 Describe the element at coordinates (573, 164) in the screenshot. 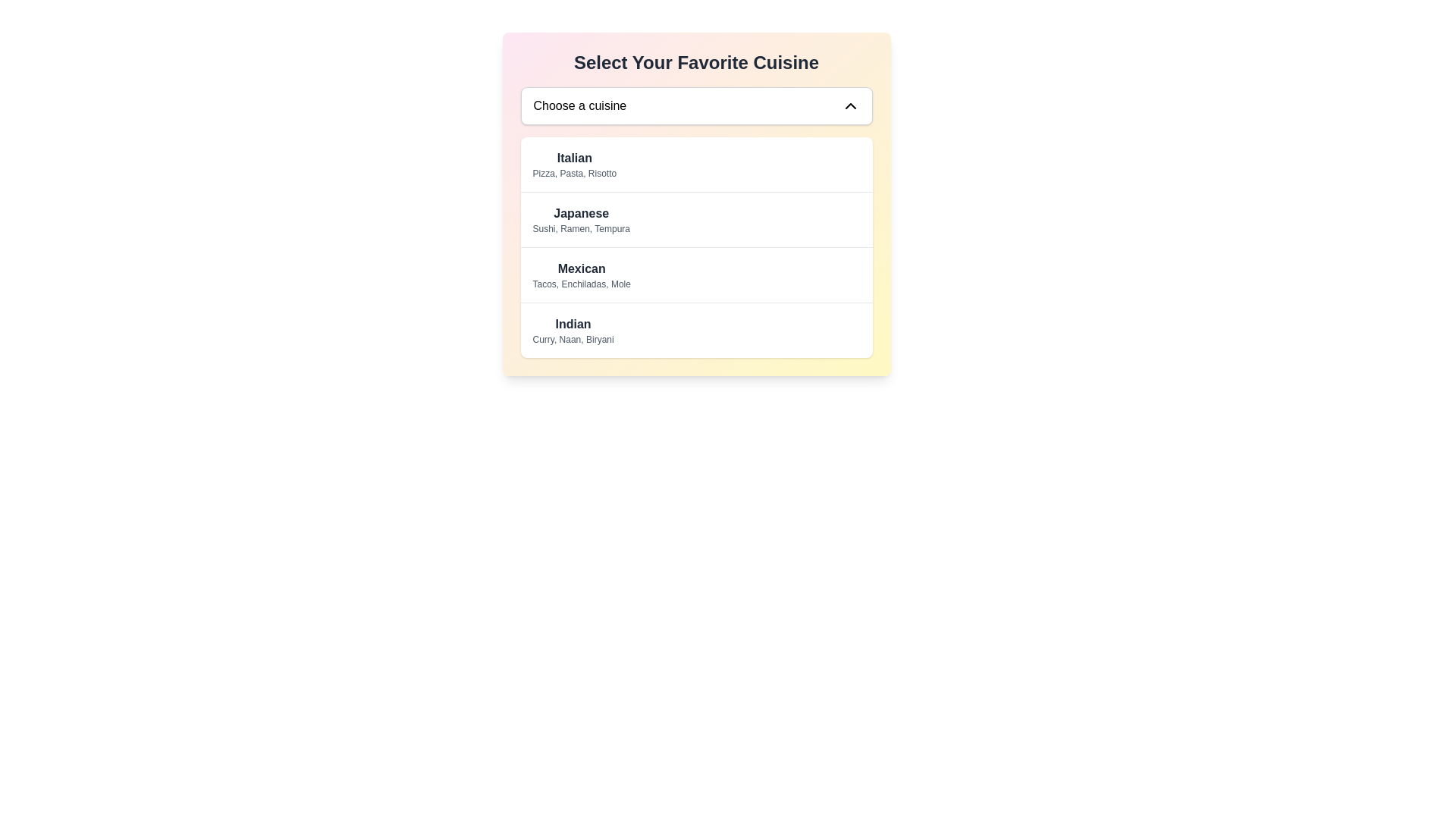

I see `the static text component displaying the title 'Italian' with details 'Pizza, Pasta, Risotto' in the dropdown menu for cuisine selection` at that location.